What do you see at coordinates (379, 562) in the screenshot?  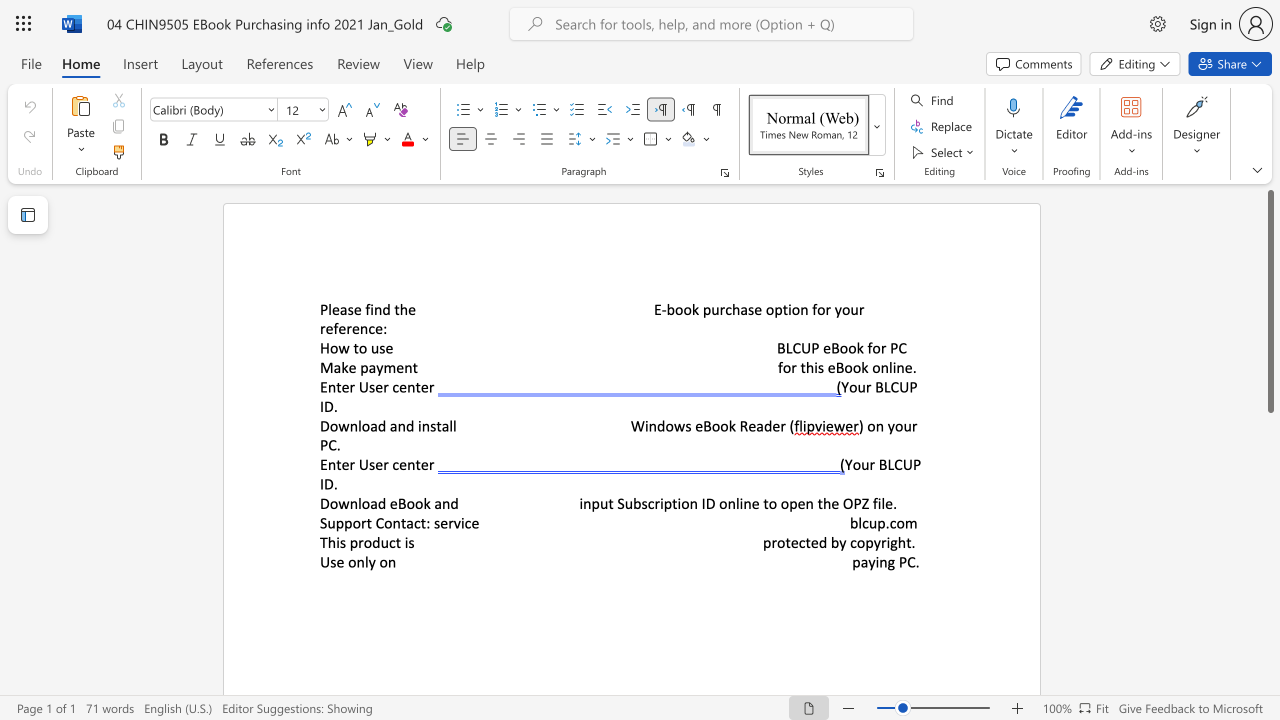 I see `the subset text "on" within the text "Use only on"` at bounding box center [379, 562].